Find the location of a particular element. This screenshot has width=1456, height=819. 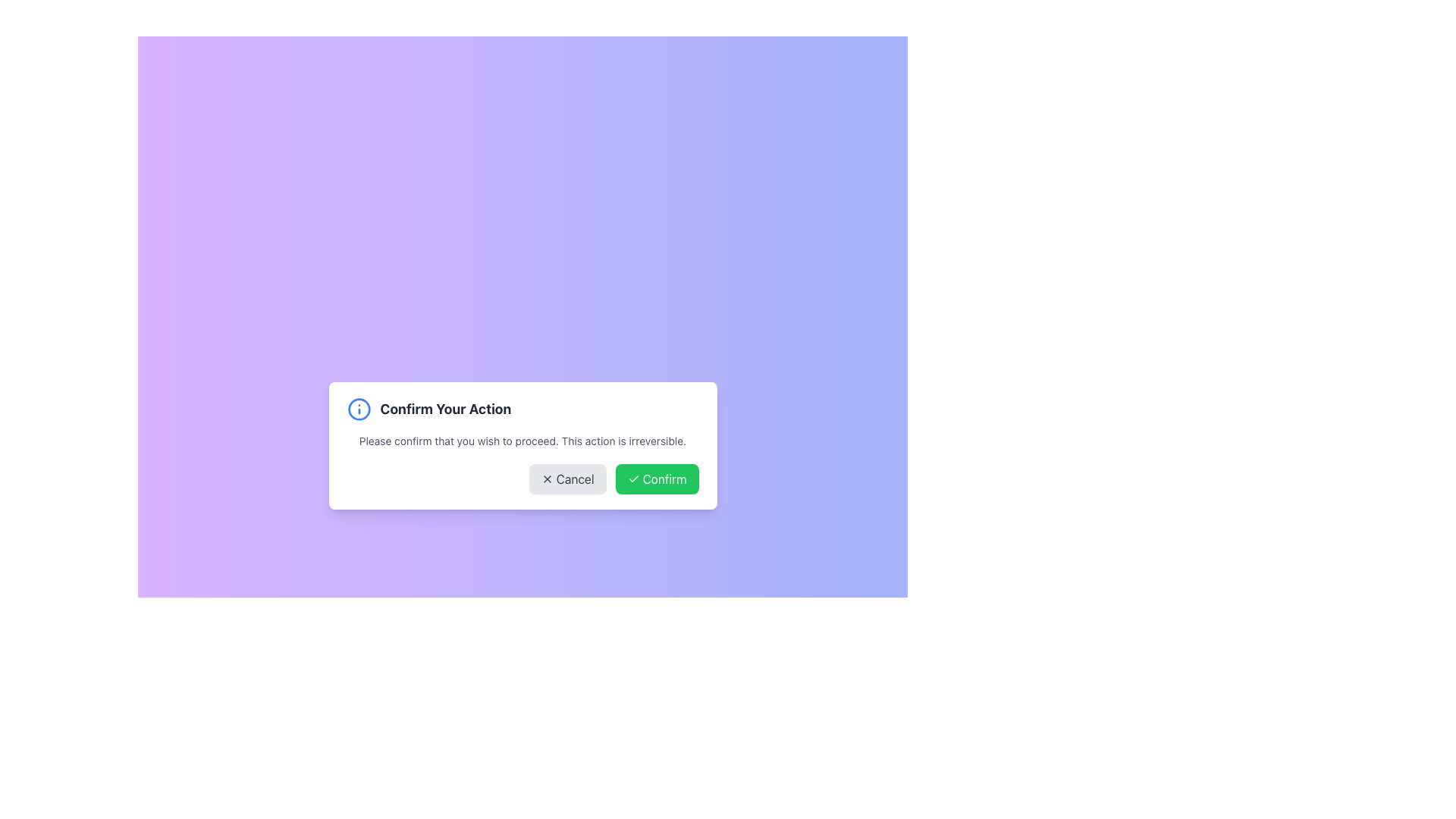

bold header text labeled 'Confirm Your Action' displayed prominently in the modal dialog box is located at coordinates (444, 409).